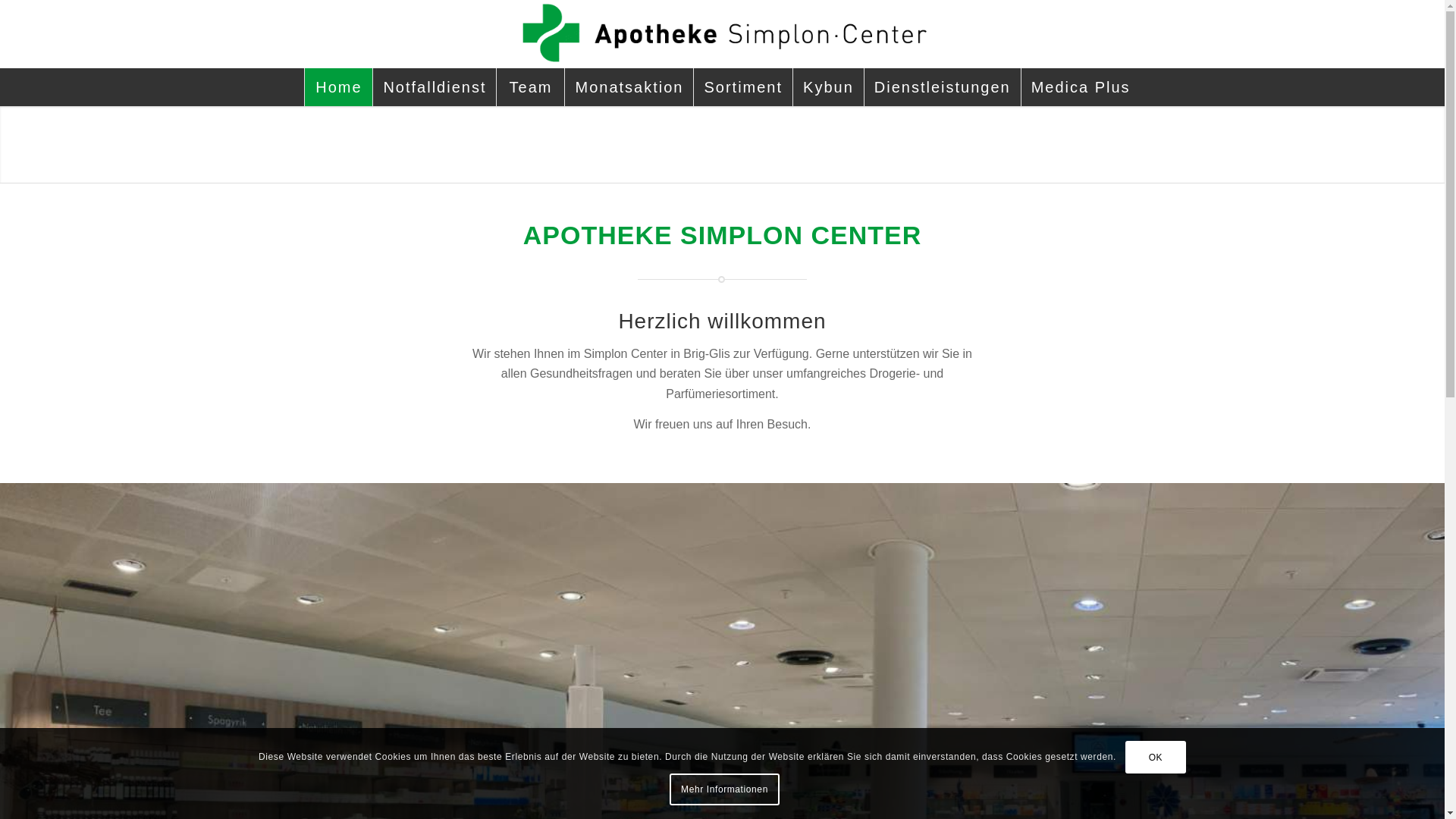  What do you see at coordinates (1154, 758) in the screenshot?
I see `'OK'` at bounding box center [1154, 758].